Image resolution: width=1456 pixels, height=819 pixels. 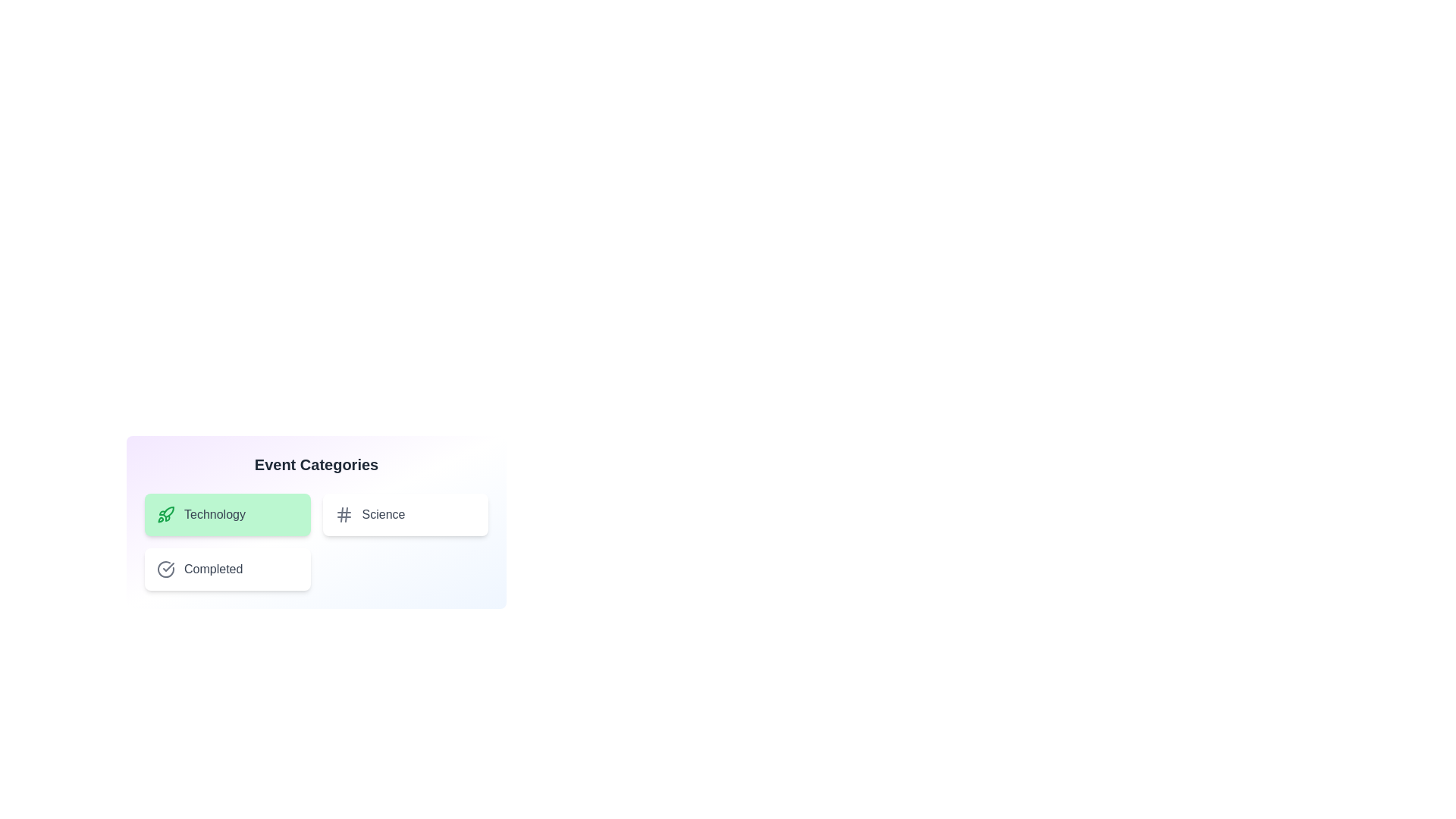 What do you see at coordinates (227, 513) in the screenshot?
I see `the category chip labeled Technology` at bounding box center [227, 513].